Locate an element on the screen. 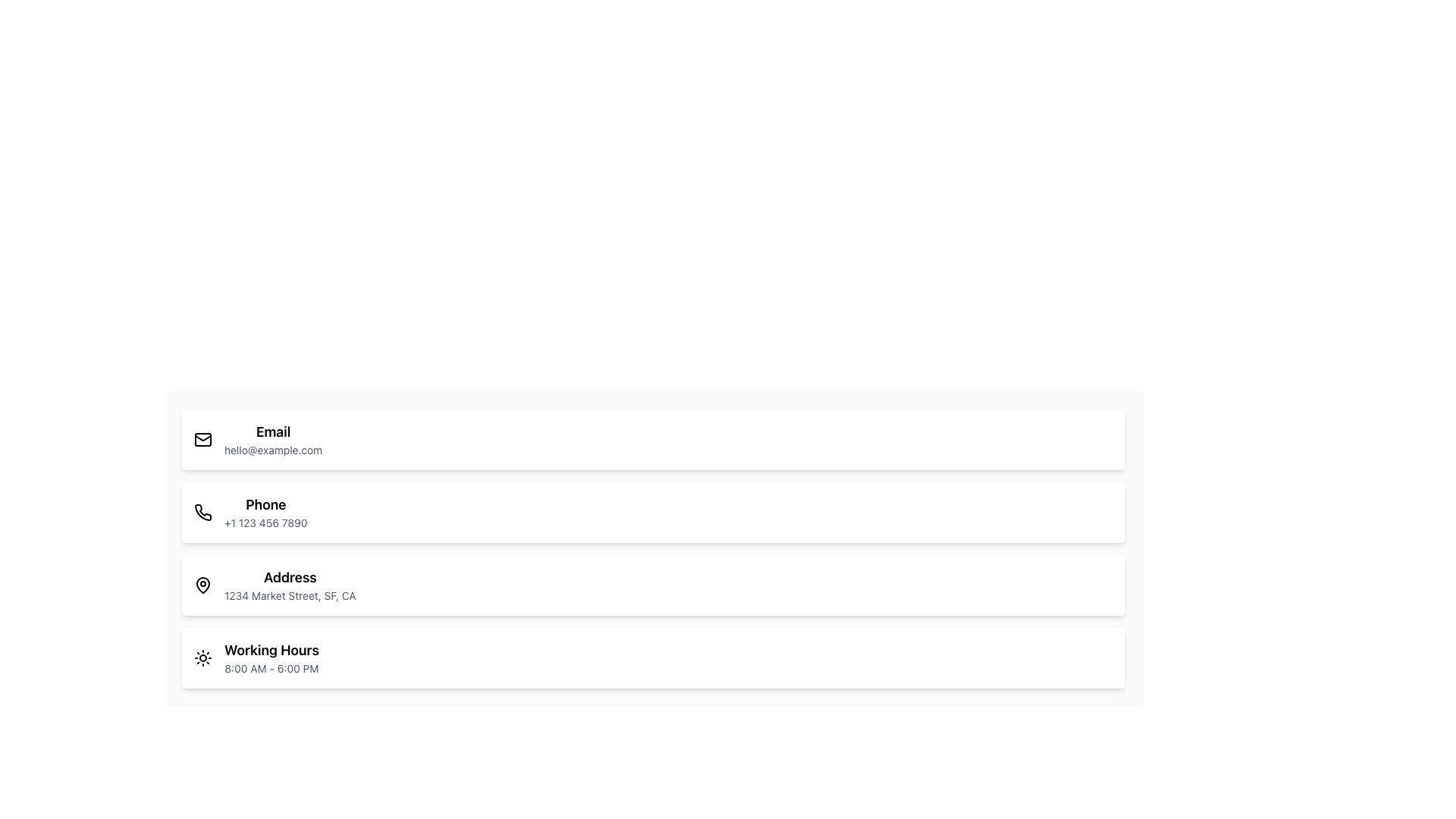 The image size is (1456, 819). the envelope icon located to the left of the text 'Email' and 'hello@example.com' in the contact information section is located at coordinates (202, 439).